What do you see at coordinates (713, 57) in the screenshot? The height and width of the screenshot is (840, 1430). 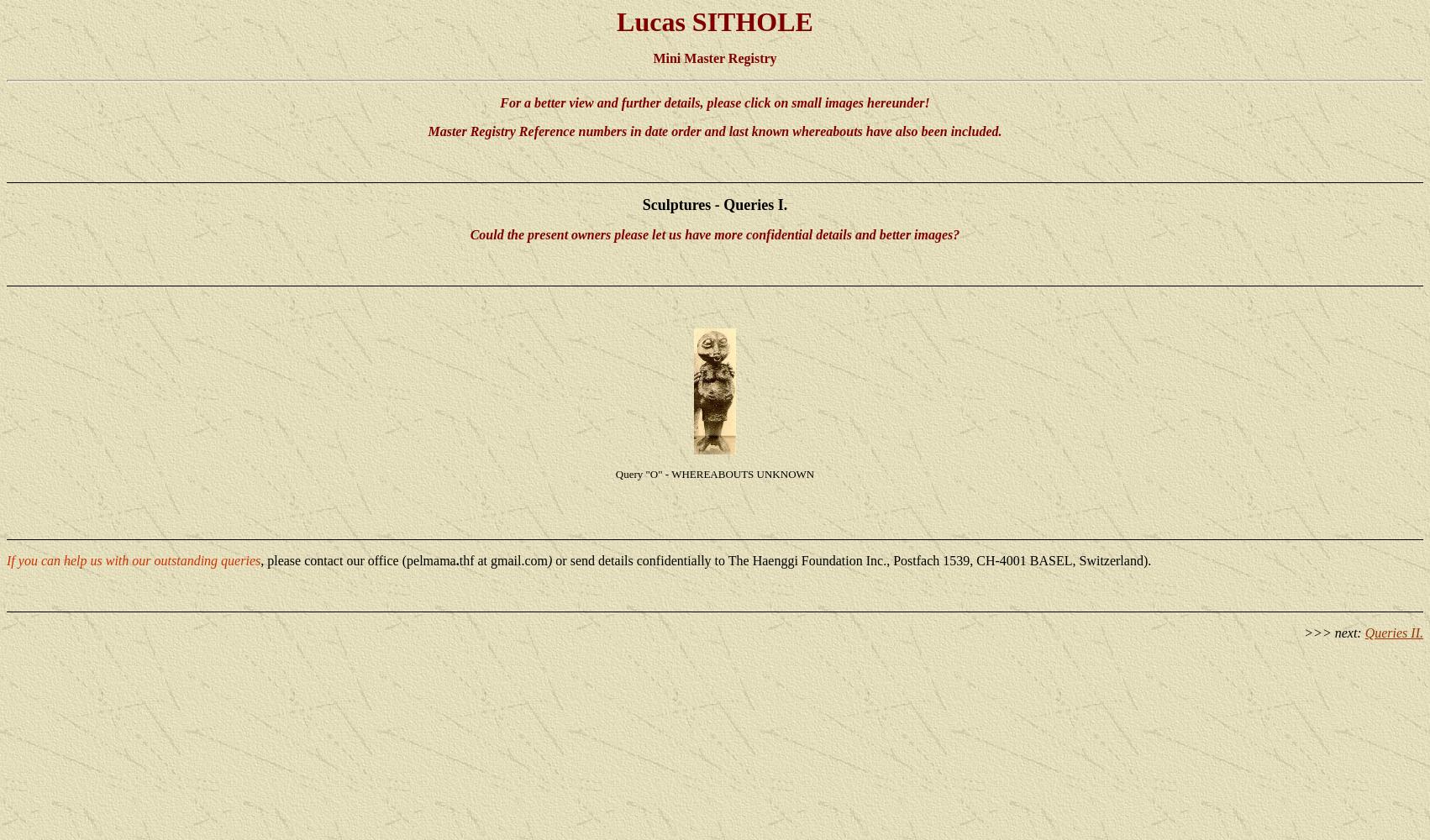 I see `'Mini Master Registry'` at bounding box center [713, 57].